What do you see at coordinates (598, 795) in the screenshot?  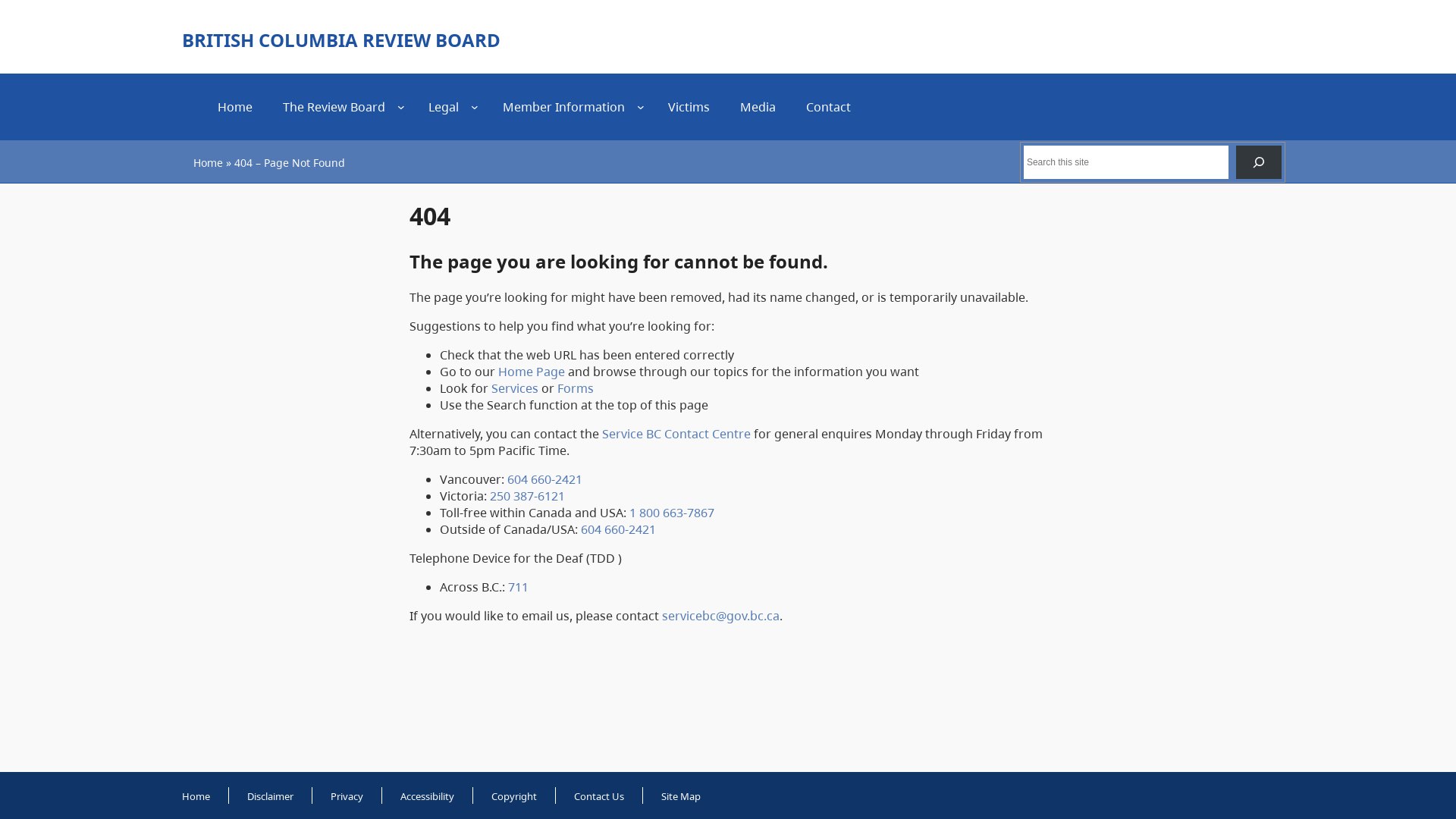 I see `'Contact Us'` at bounding box center [598, 795].